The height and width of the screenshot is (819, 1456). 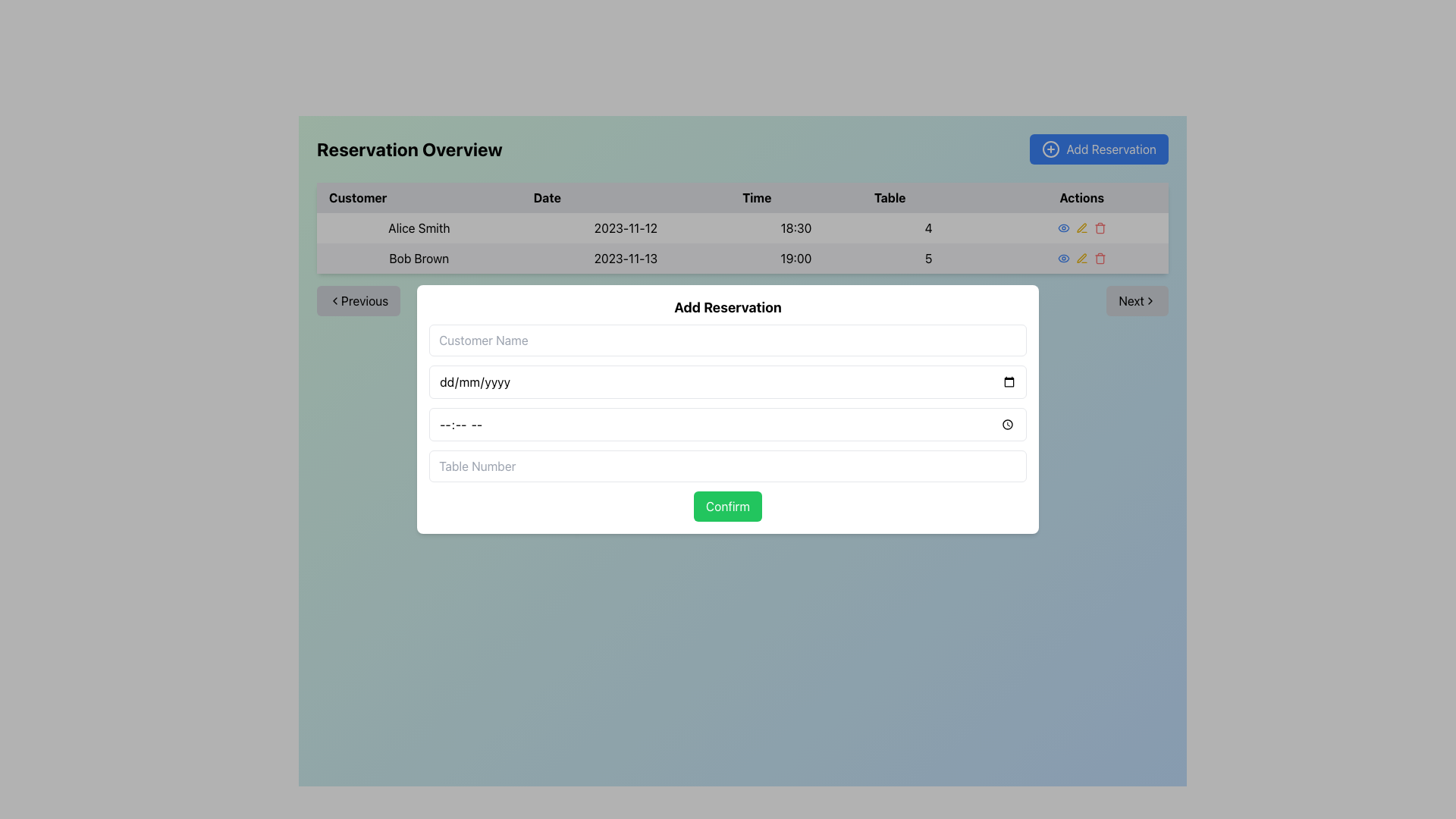 What do you see at coordinates (1150, 301) in the screenshot?
I see `the forward icon located inside the 'Next' button in the lower right section of the interface, which indicates a next action` at bounding box center [1150, 301].